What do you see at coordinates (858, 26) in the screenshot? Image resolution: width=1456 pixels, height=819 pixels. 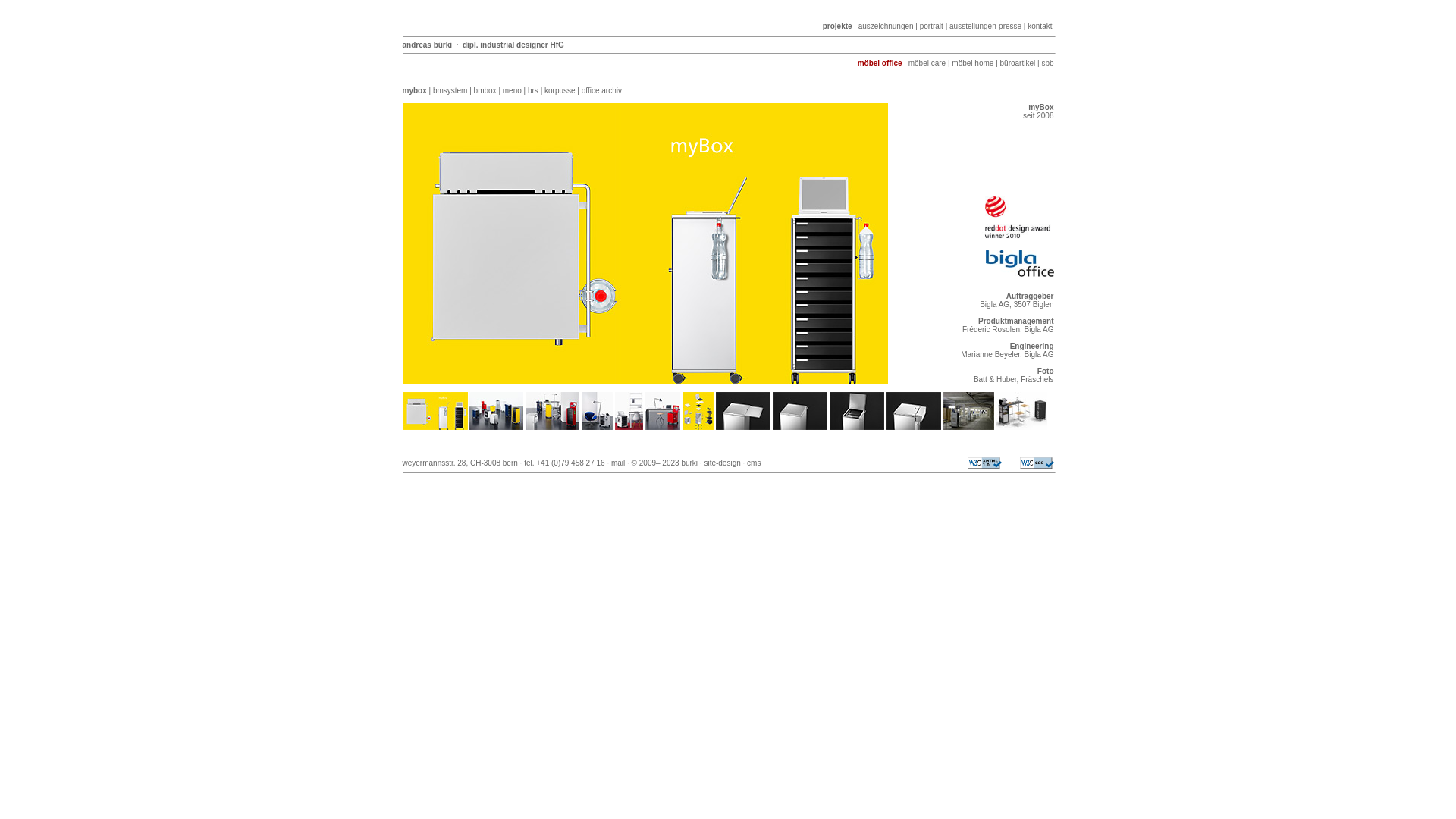 I see `'auszeichnungen'` at bounding box center [858, 26].